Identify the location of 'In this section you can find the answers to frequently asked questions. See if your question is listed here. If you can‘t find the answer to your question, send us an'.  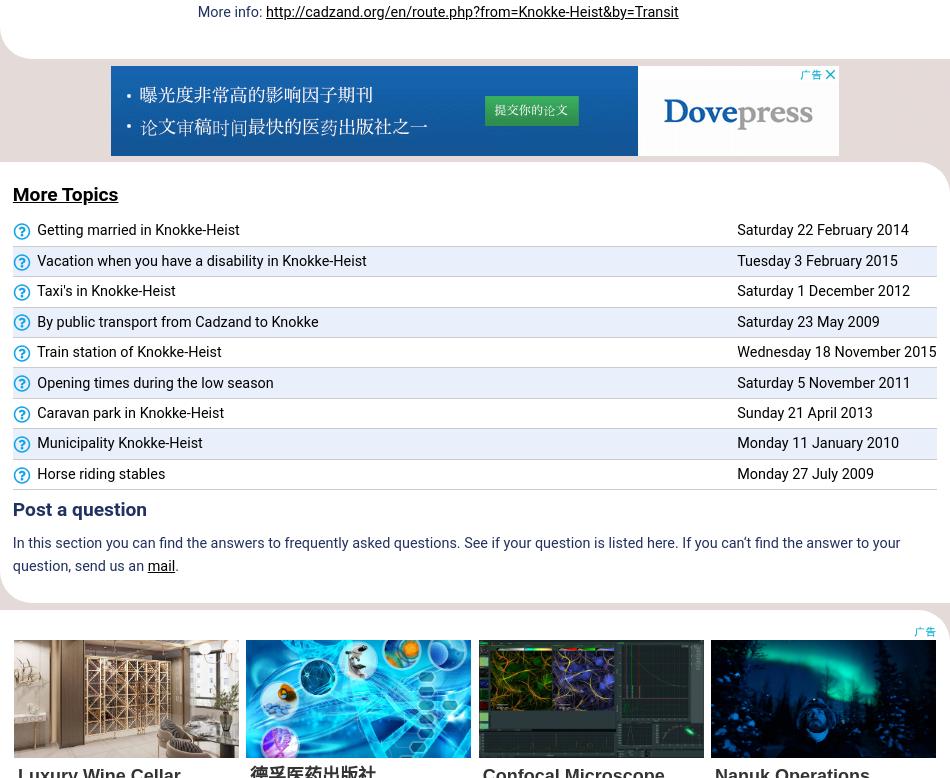
(455, 554).